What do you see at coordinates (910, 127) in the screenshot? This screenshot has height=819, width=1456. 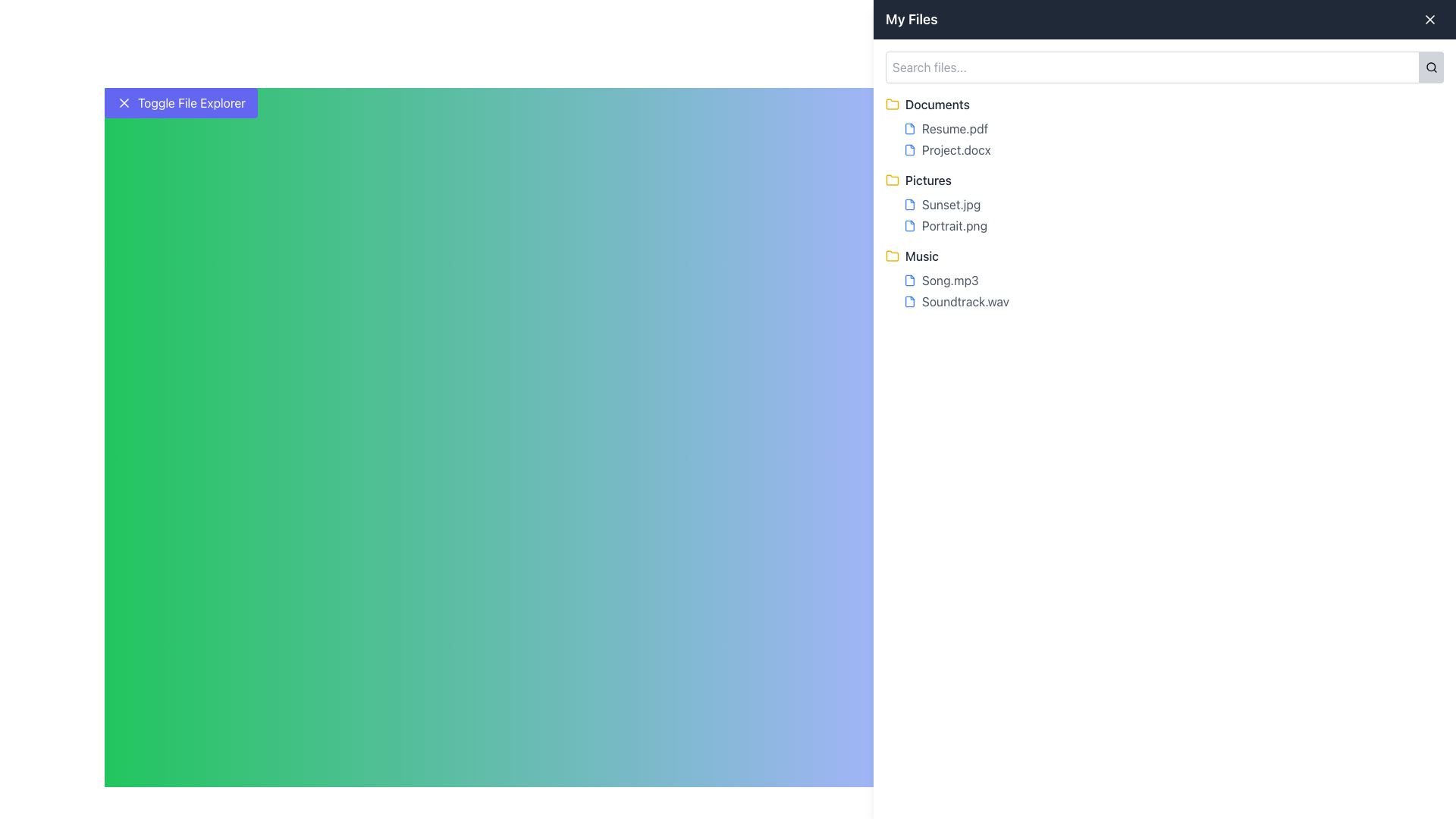 I see `the blue file icon representing 'Resume.pdf' located in the 'Documents' section of the file explorer` at bounding box center [910, 127].